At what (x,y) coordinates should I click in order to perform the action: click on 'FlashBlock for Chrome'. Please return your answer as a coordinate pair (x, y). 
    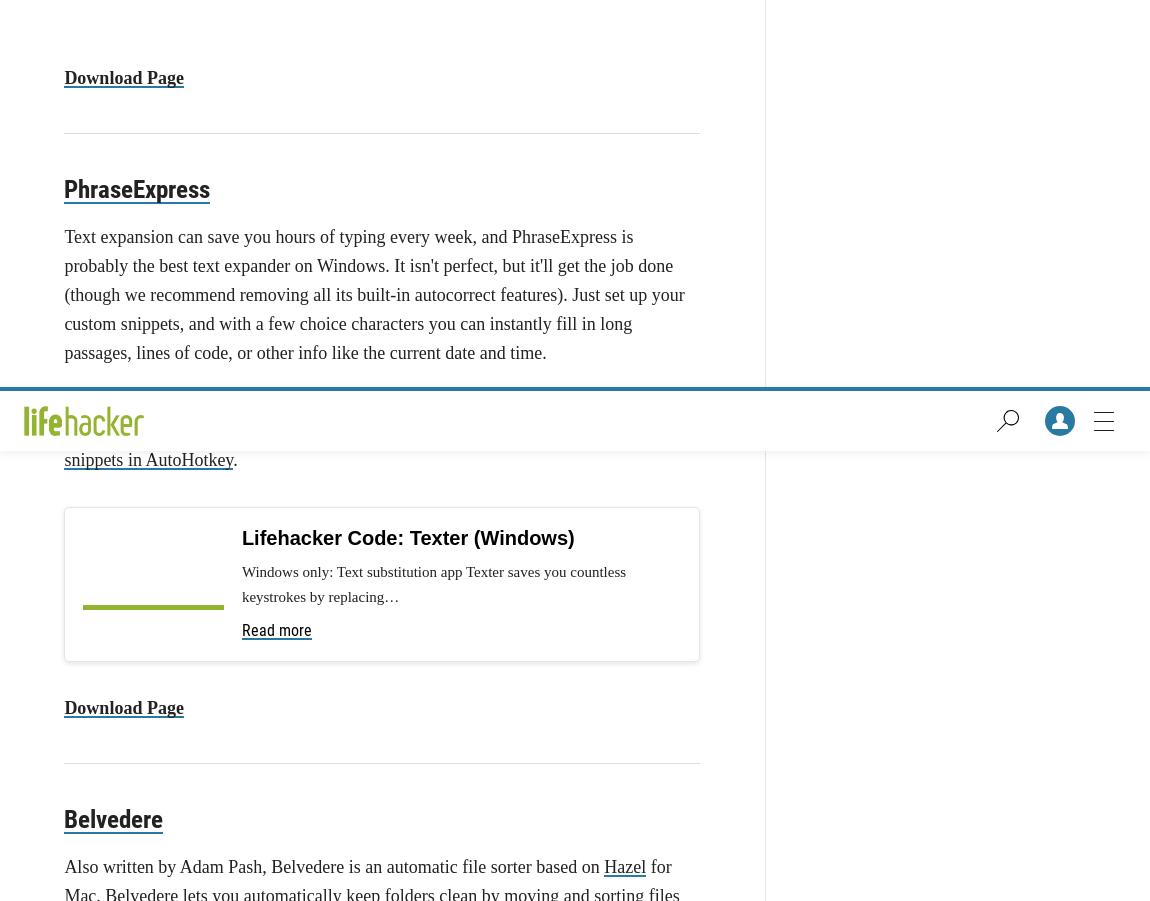
    Looking at the image, I should click on (582, 239).